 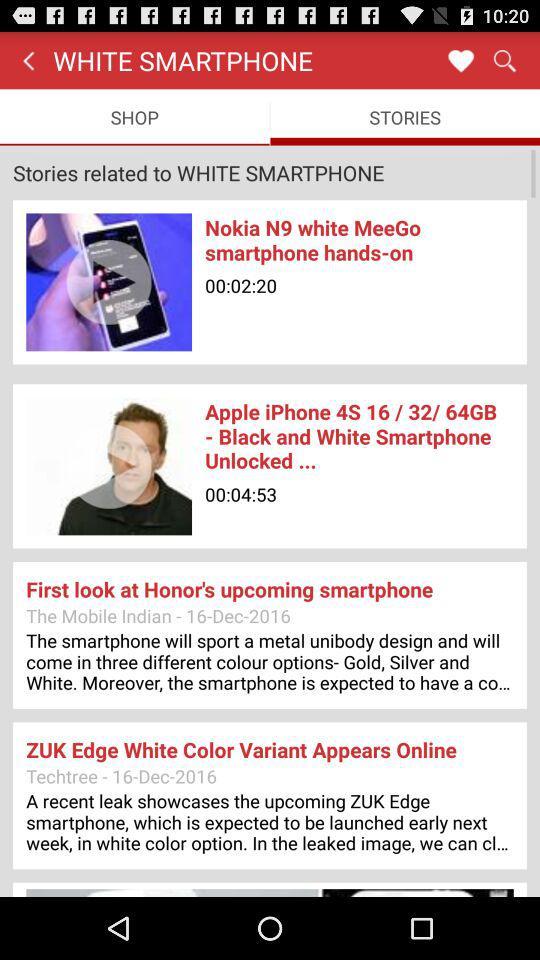 What do you see at coordinates (460, 64) in the screenshot?
I see `the favorite icon` at bounding box center [460, 64].